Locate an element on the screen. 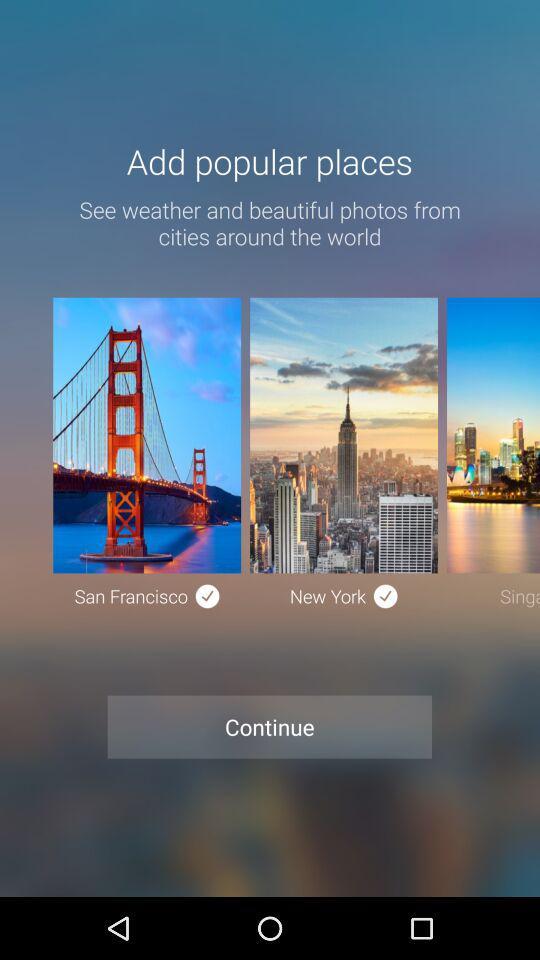  image above text new york is located at coordinates (342, 435).